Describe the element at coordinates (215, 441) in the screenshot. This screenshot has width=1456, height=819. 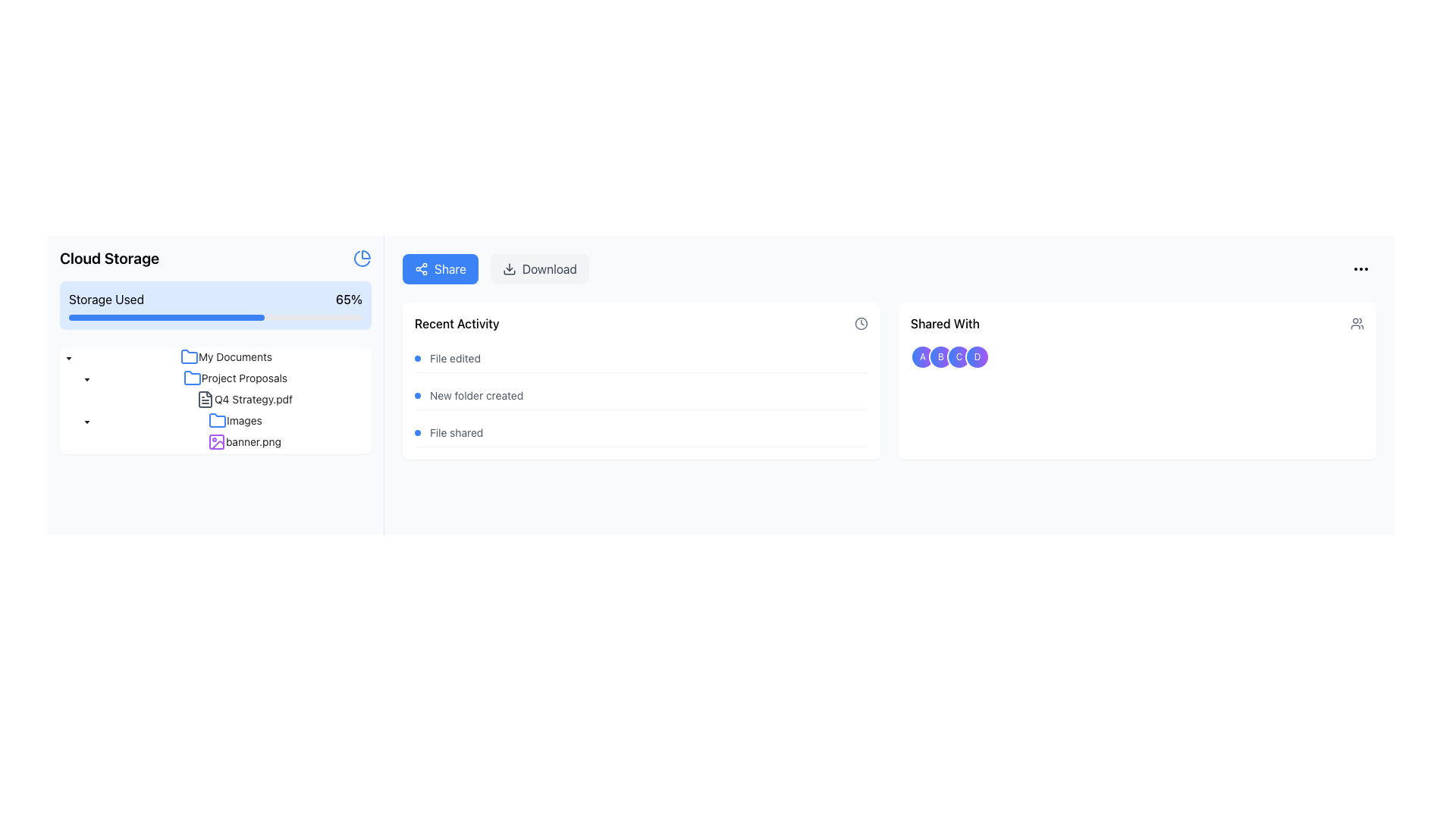
I see `the image file indicator for 'banner.png' located in the 'Cloud Storage' section under the 'Images' folder` at that location.